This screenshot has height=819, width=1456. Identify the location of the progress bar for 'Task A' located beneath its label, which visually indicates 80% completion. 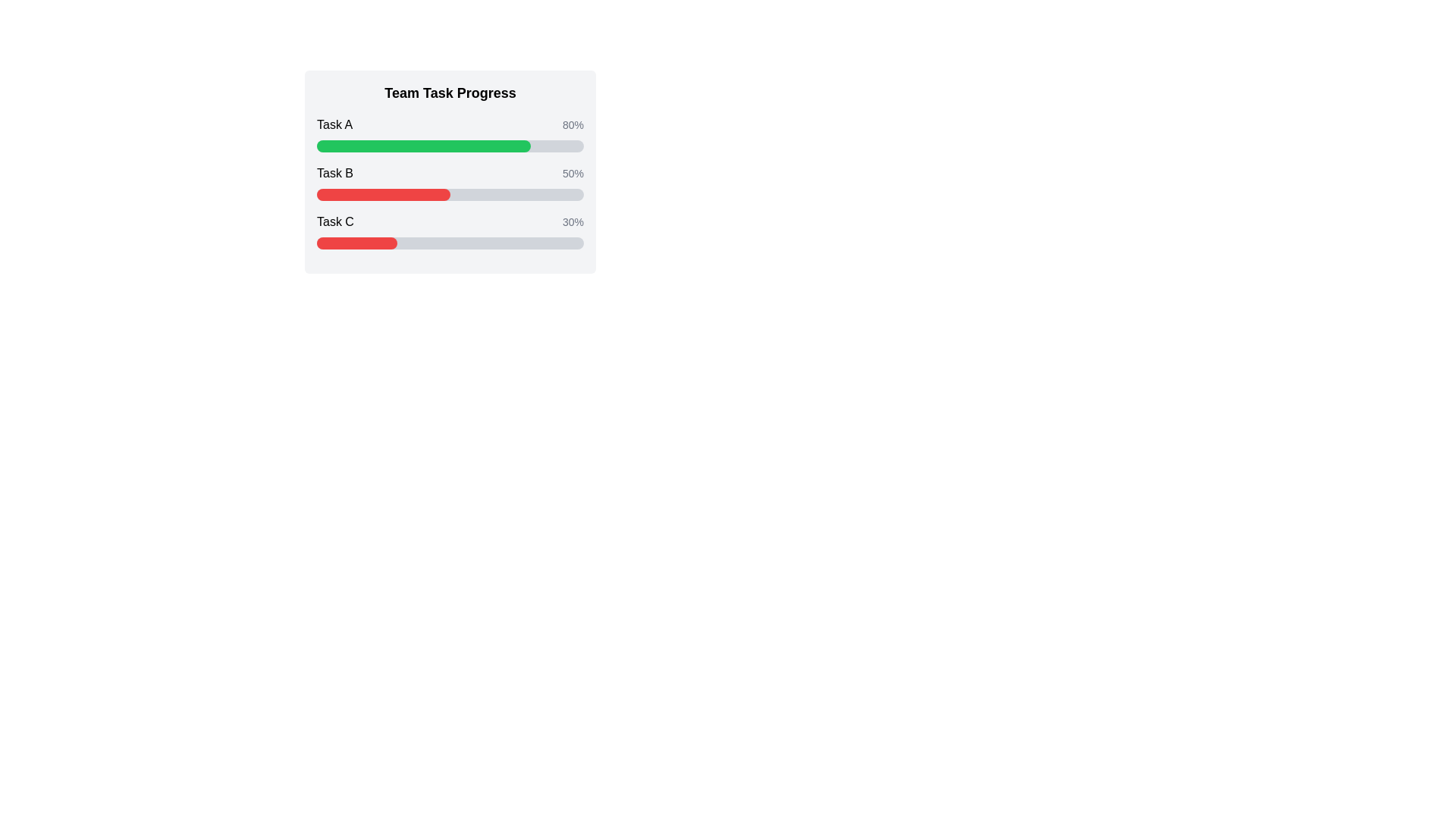
(450, 146).